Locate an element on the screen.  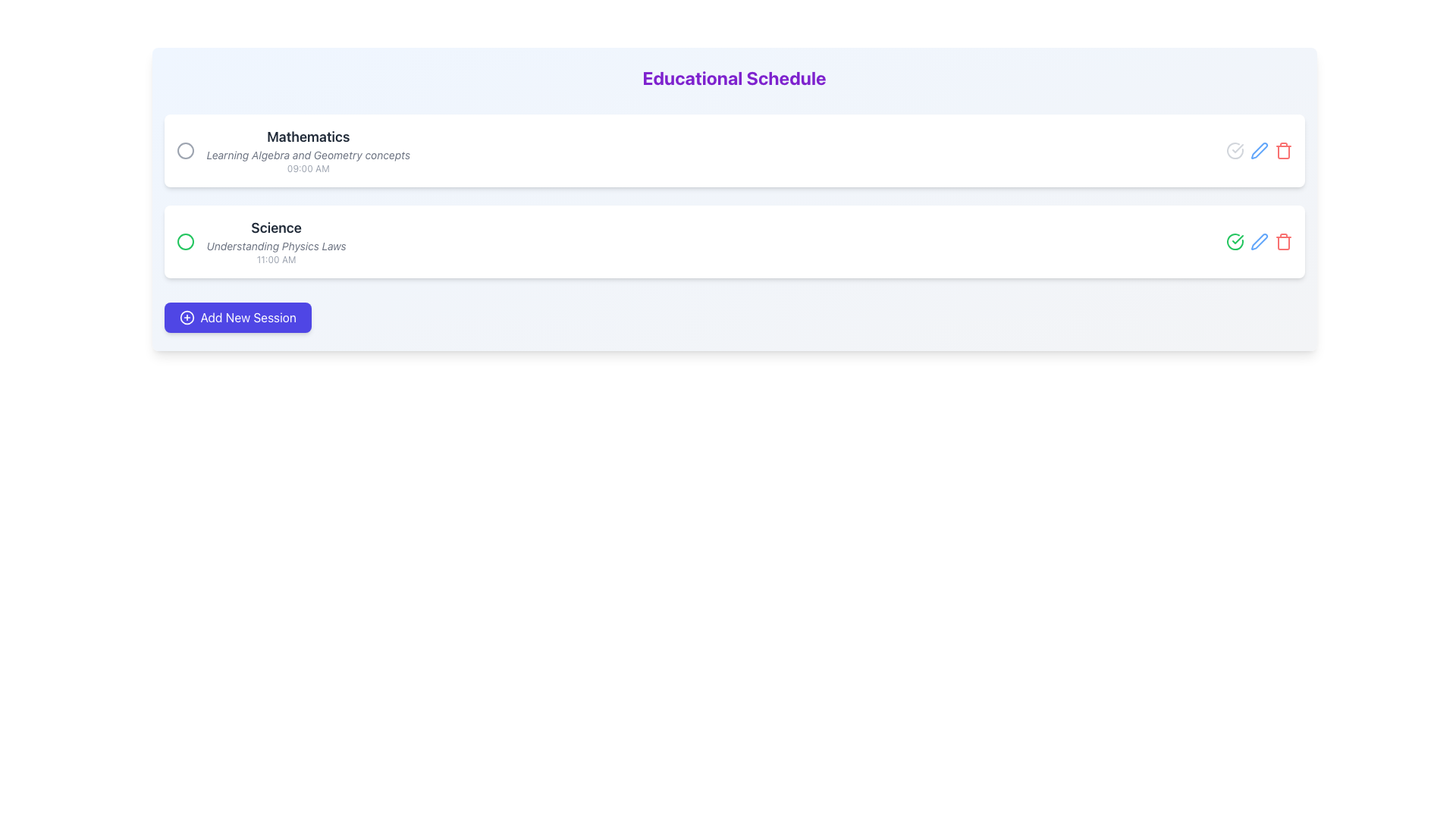
the pencil icon representing edit functionality for the 'Science' session is located at coordinates (1259, 241).